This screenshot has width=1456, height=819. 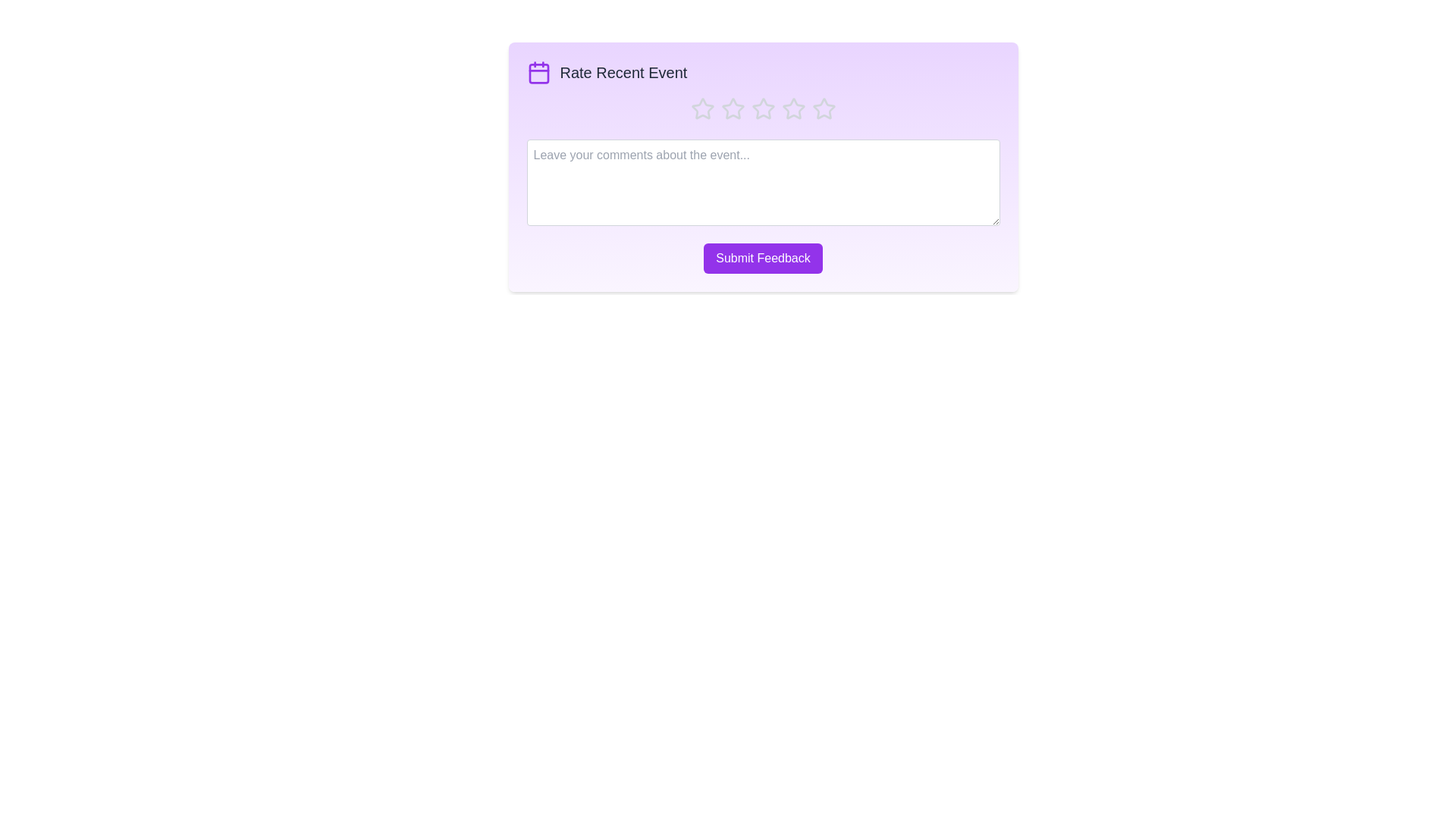 I want to click on the background area of the component, so click(x=378, y=76).